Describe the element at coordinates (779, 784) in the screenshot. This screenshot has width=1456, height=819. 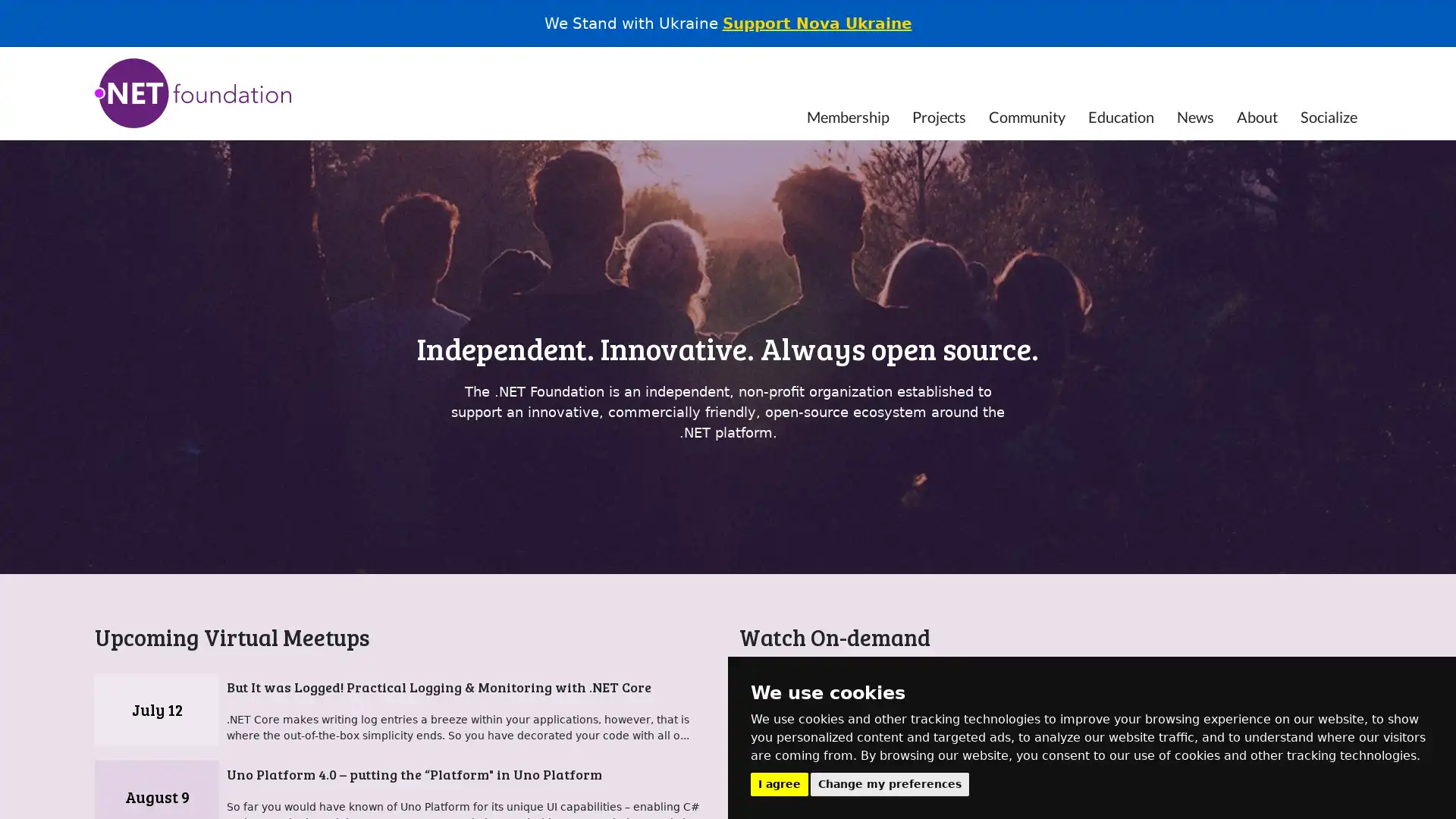
I see `I agree` at that location.